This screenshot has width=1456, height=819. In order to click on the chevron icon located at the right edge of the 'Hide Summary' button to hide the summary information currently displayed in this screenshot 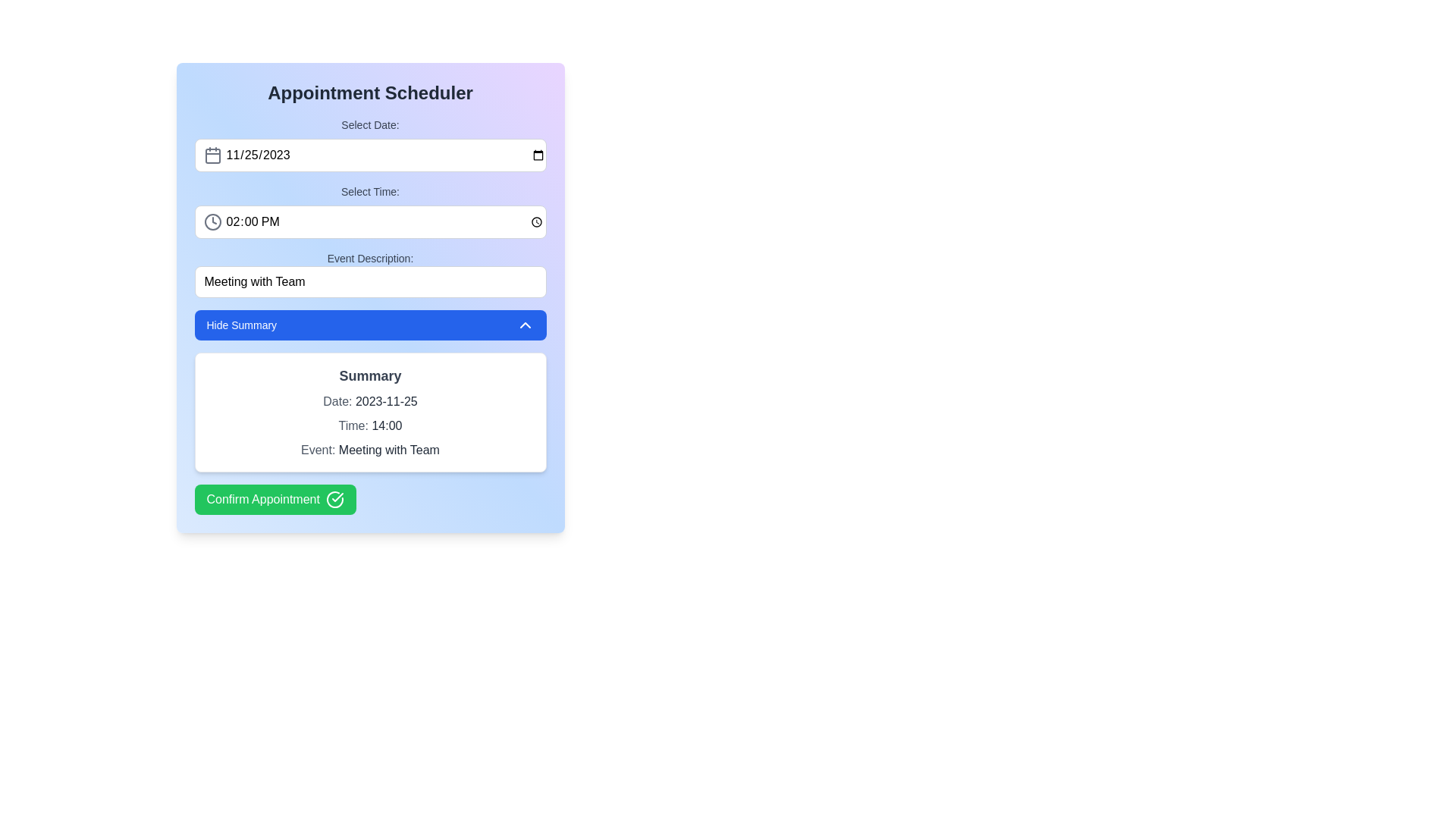, I will do `click(525, 324)`.